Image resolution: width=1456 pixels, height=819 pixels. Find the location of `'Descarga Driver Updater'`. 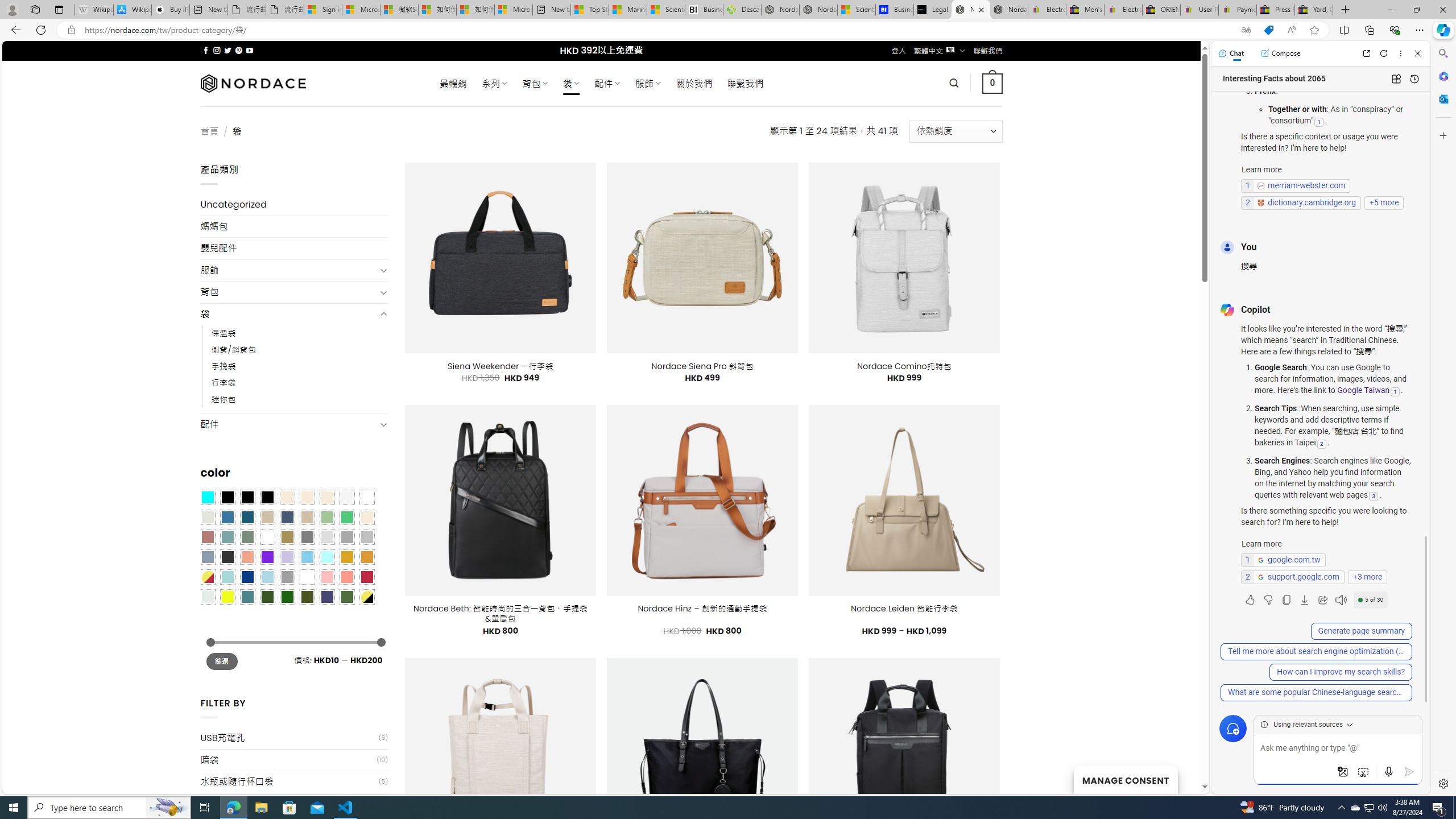

'Descarga Driver Updater' is located at coordinates (742, 9).